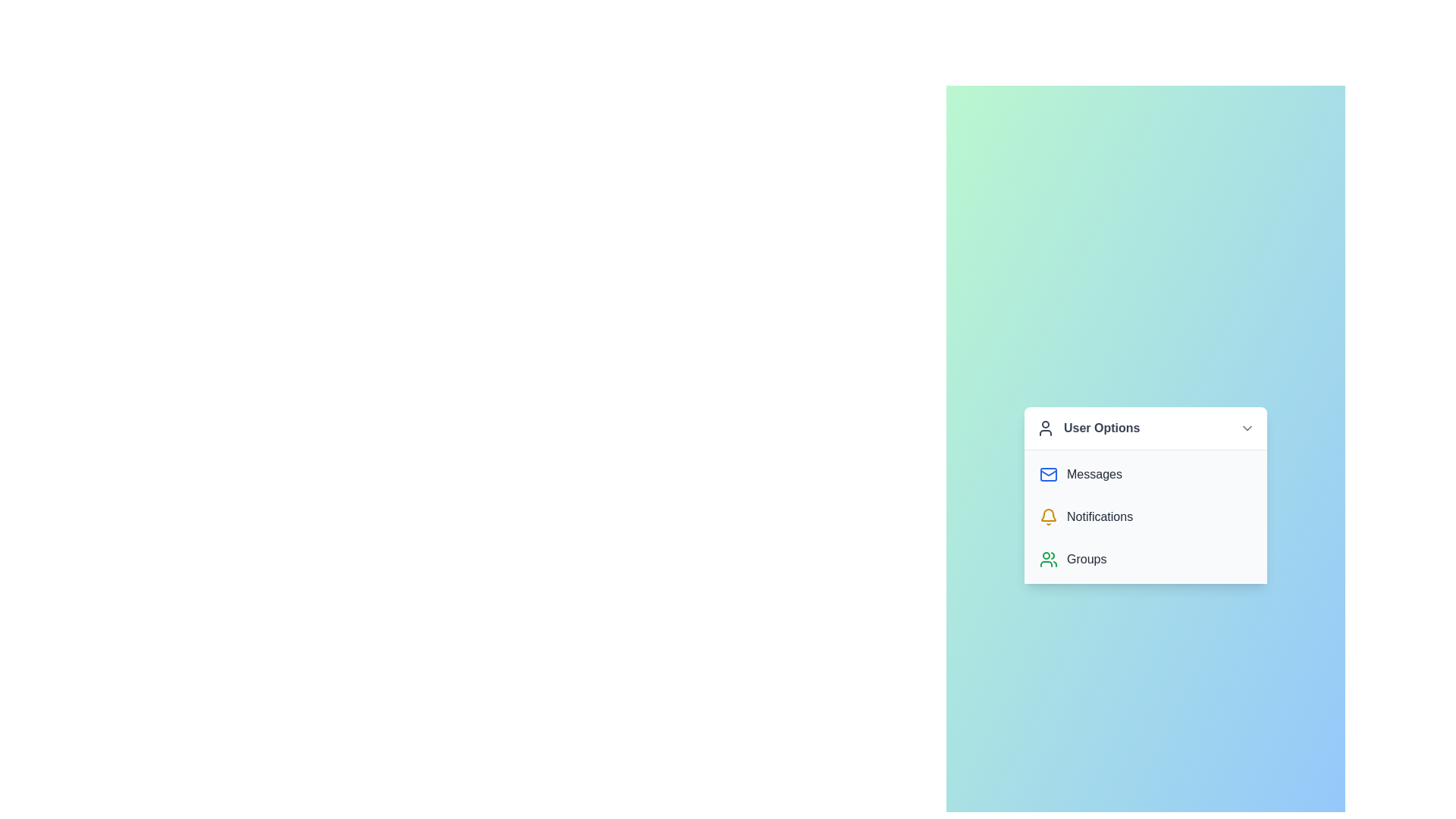  What do you see at coordinates (1047, 472) in the screenshot?
I see `the 'Messages' icon in the User Options list, which is the first icon aligned with the text label 'Messages'` at bounding box center [1047, 472].